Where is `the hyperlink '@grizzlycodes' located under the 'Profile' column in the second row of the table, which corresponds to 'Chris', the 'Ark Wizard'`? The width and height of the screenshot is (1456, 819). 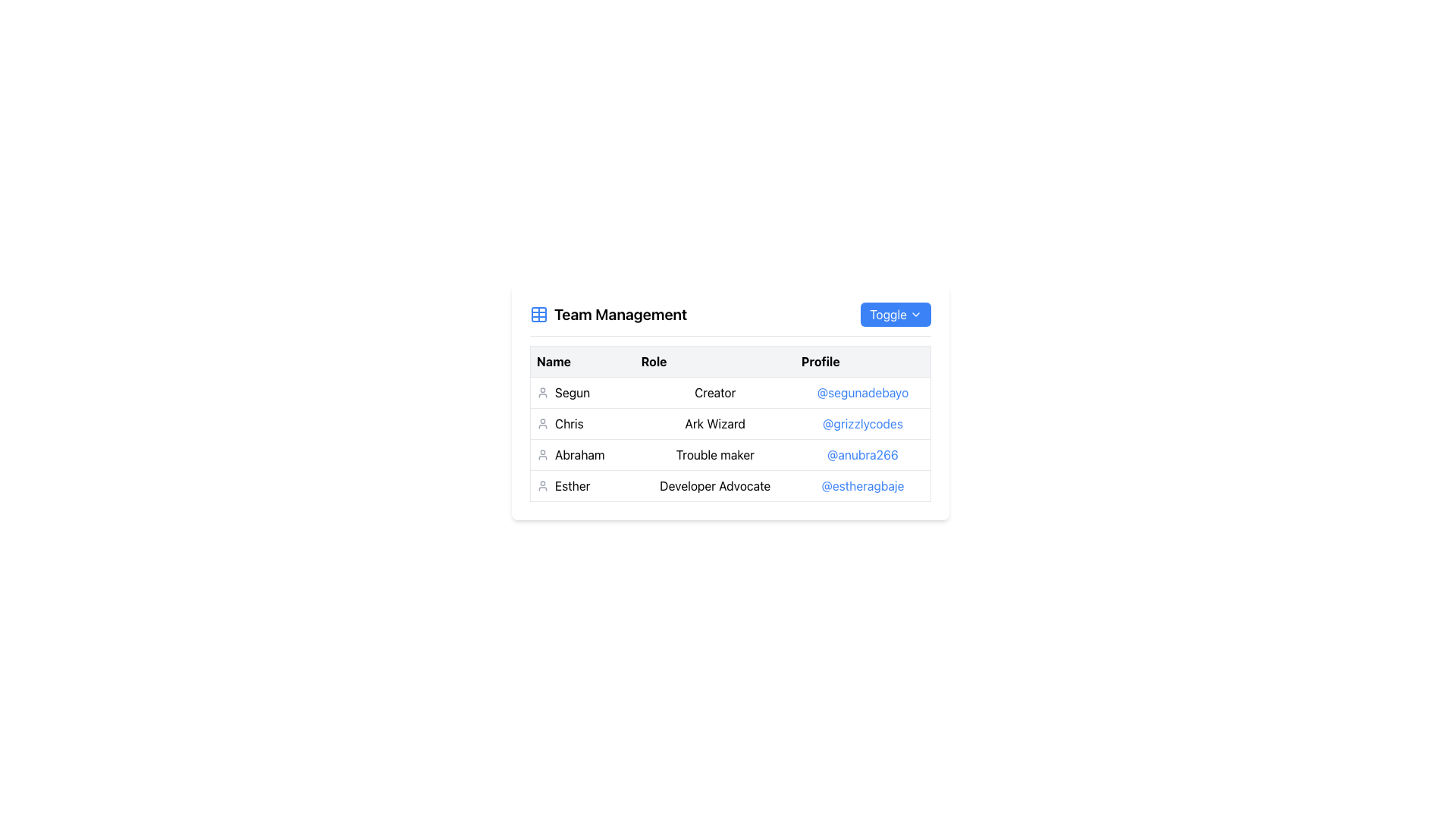 the hyperlink '@grizzlycodes' located under the 'Profile' column in the second row of the table, which corresponds to 'Chris', the 'Ark Wizard' is located at coordinates (862, 424).